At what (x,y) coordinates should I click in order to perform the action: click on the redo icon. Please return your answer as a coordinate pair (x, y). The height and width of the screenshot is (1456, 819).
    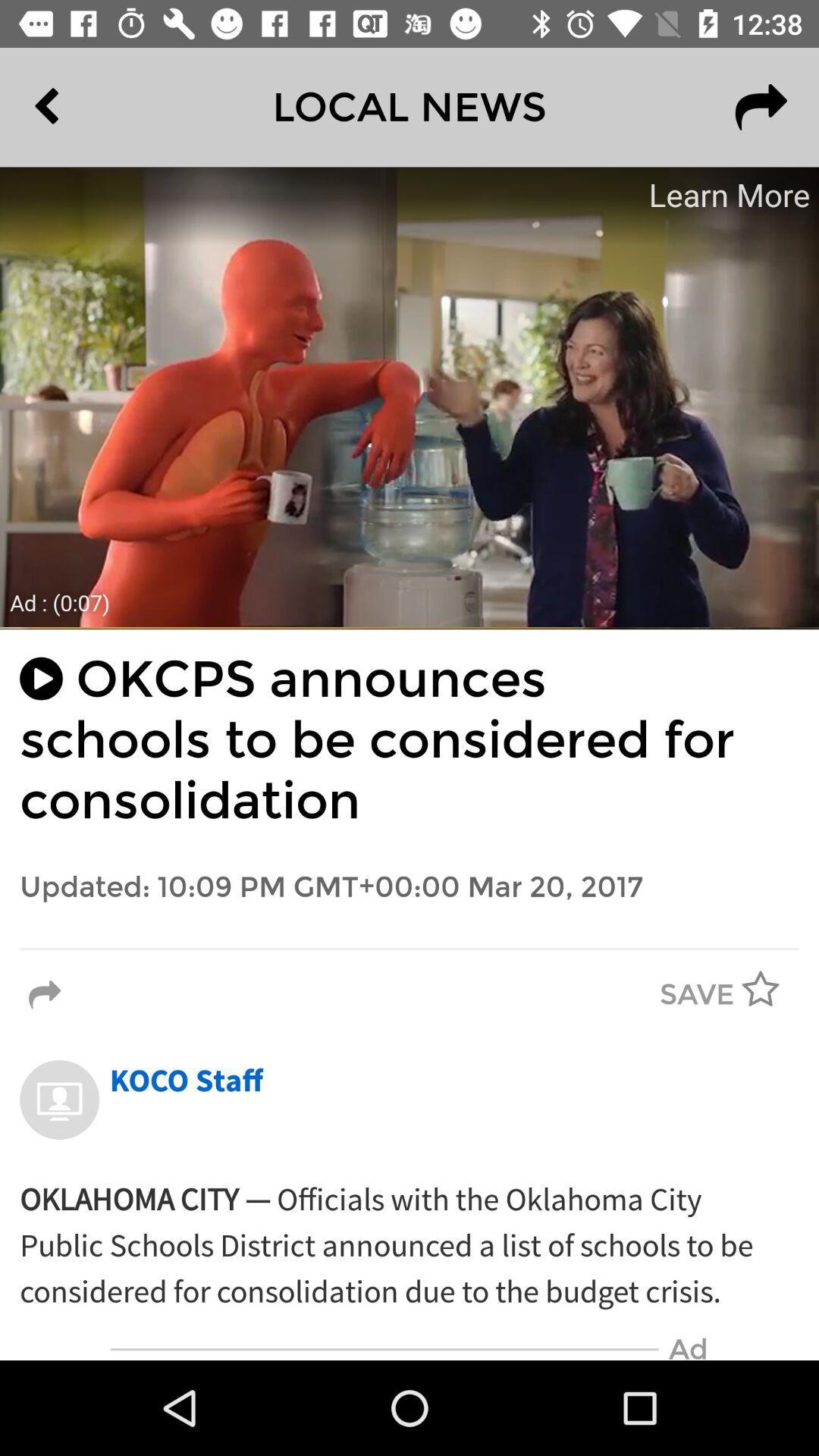
    Looking at the image, I should click on (761, 106).